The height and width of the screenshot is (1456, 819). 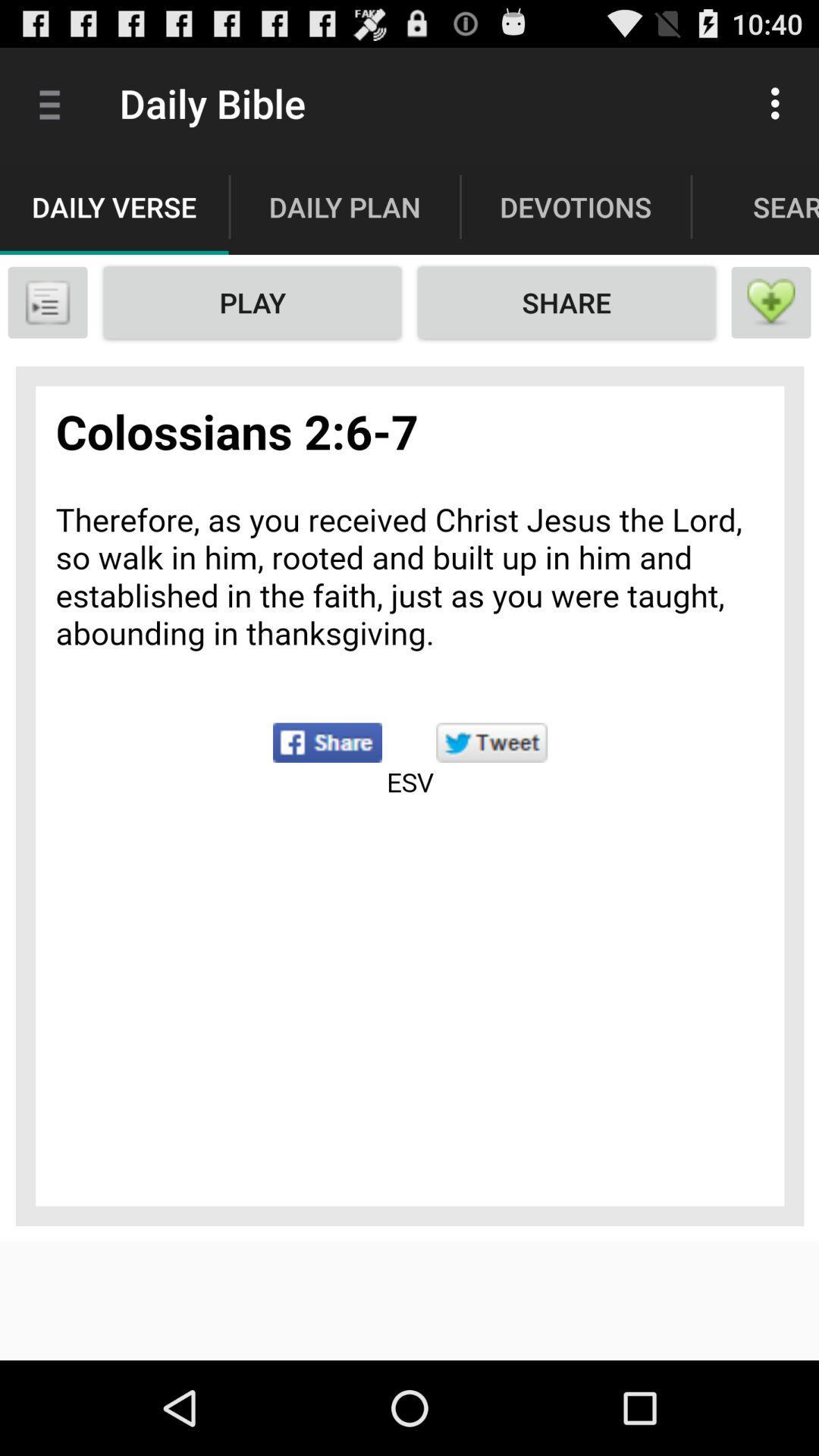 What do you see at coordinates (409, 795) in the screenshot?
I see `share tweet watch screen` at bounding box center [409, 795].